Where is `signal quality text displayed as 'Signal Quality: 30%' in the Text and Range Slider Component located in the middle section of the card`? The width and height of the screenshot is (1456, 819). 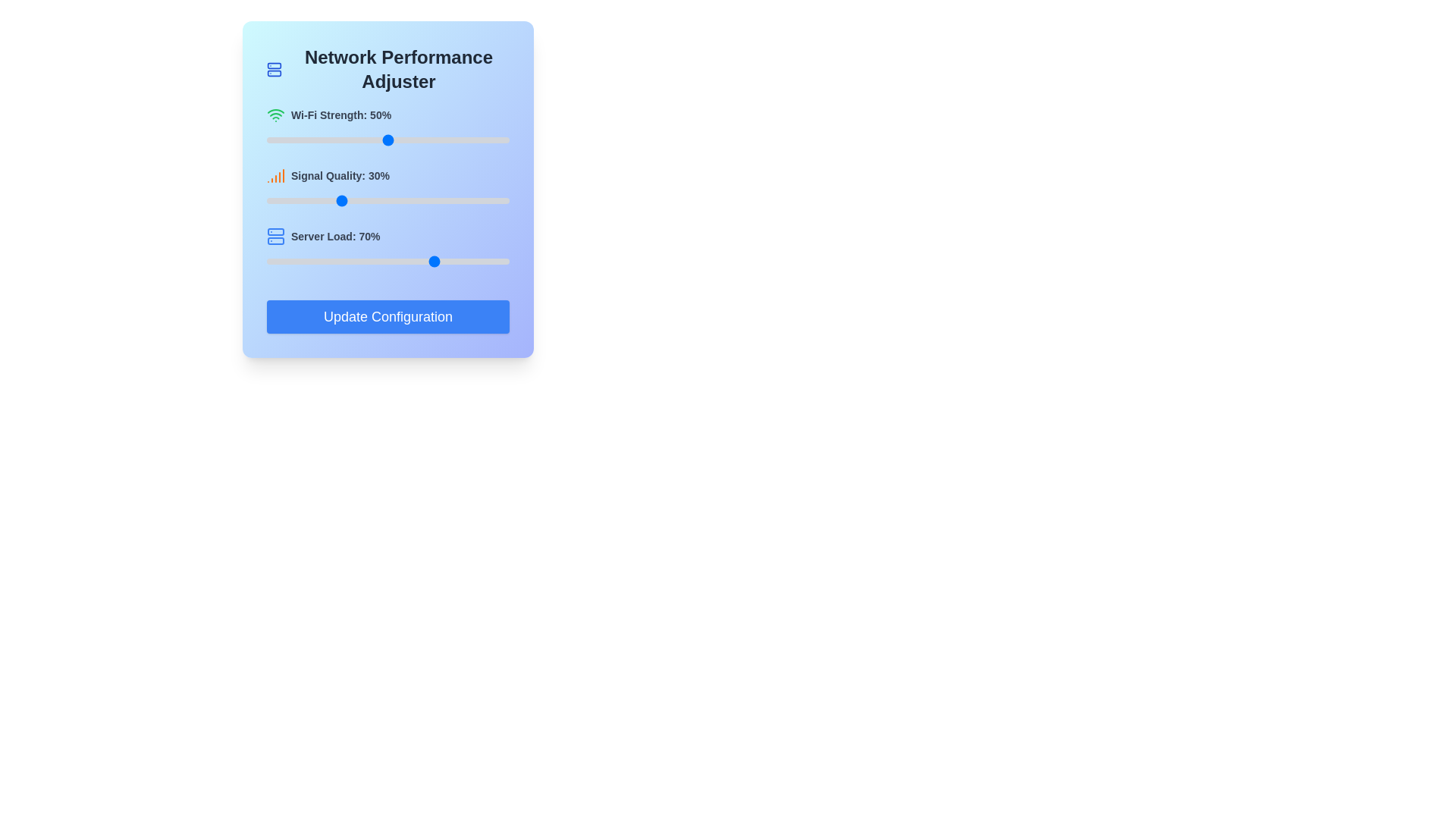
signal quality text displayed as 'Signal Quality: 30%' in the Text and Range Slider Component located in the middle section of the card is located at coordinates (388, 187).